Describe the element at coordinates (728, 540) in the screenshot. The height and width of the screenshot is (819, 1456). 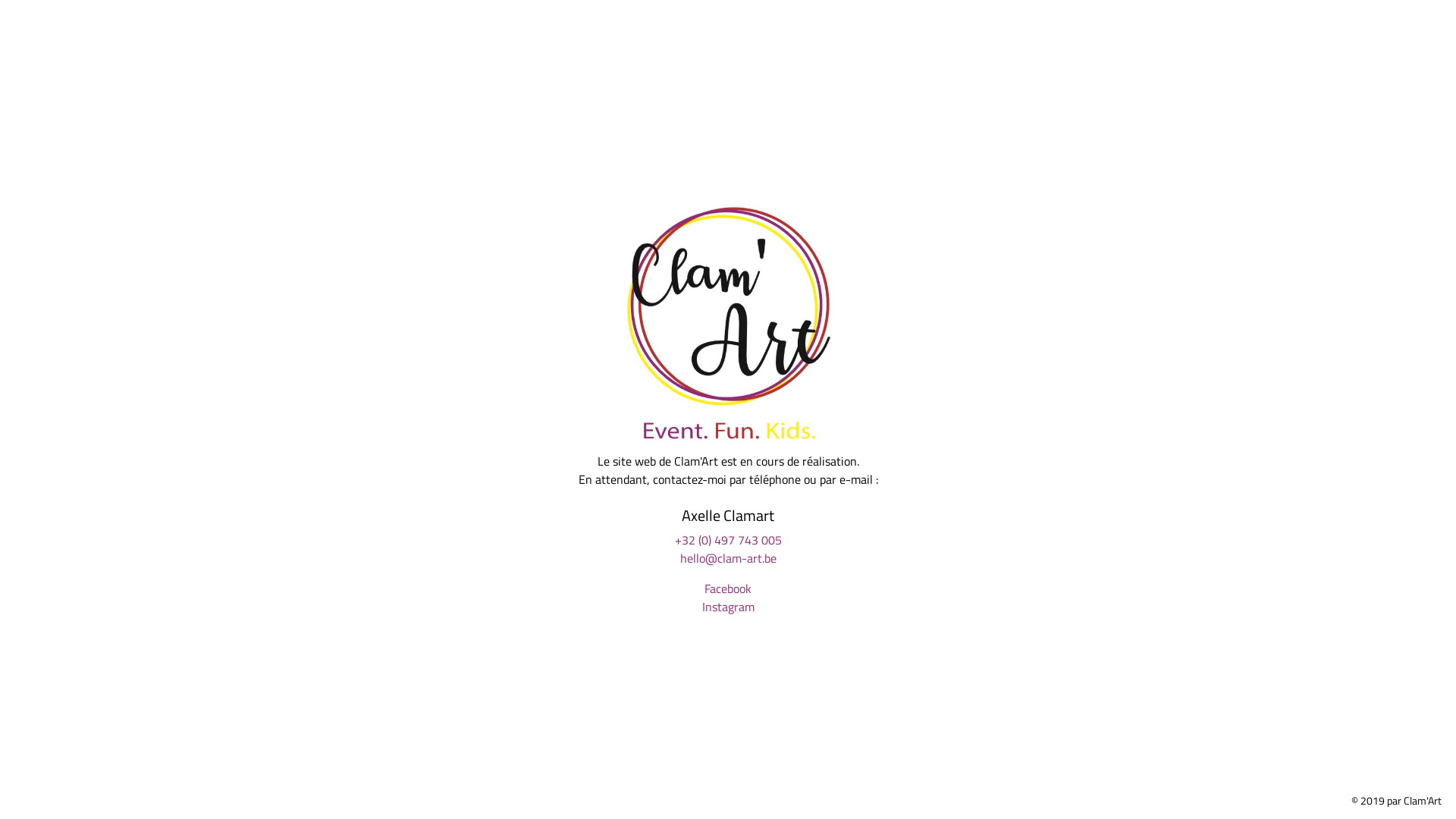
I see `'+32 (0) 497 743 005'` at that location.